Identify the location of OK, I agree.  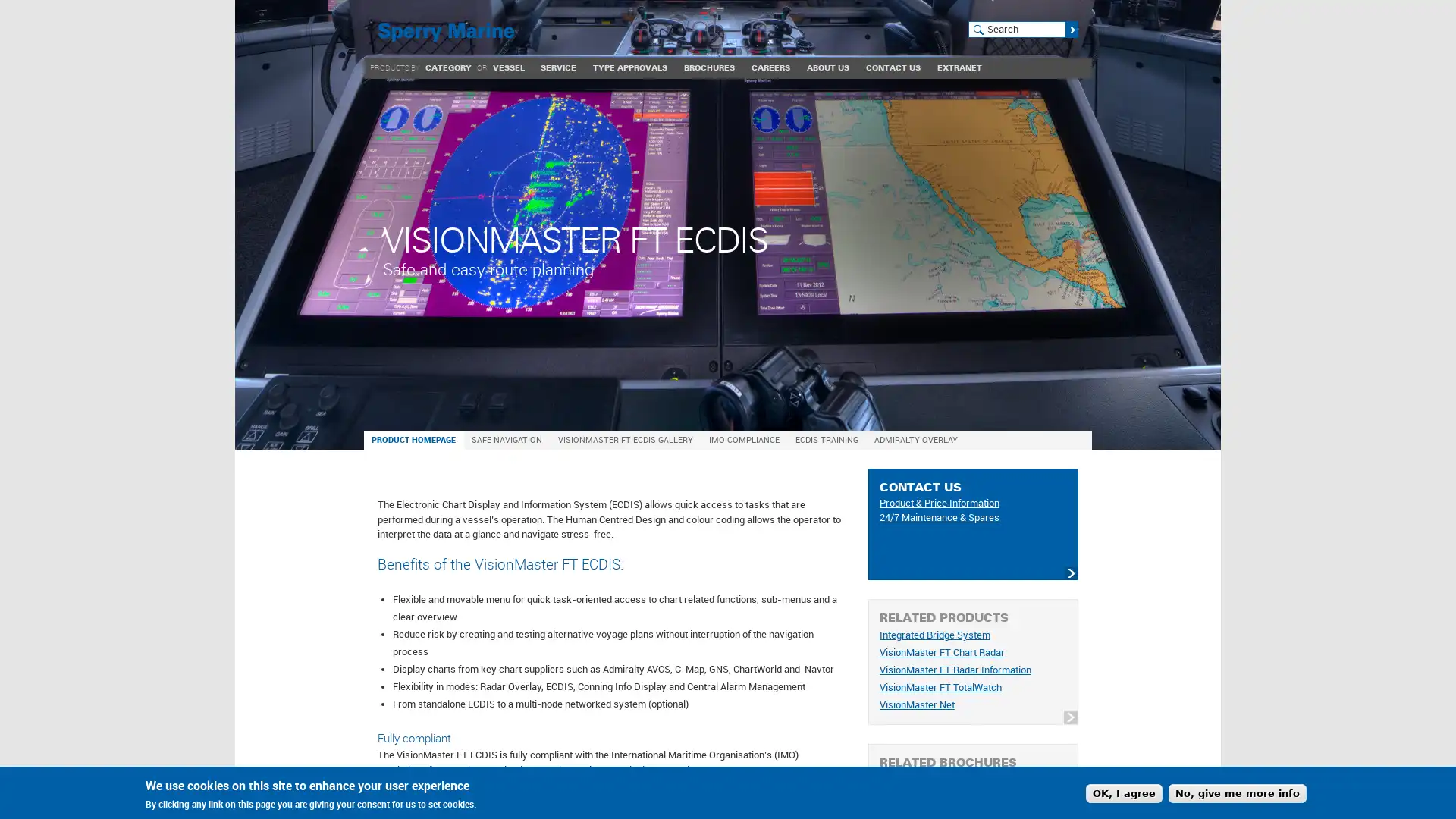
(1124, 792).